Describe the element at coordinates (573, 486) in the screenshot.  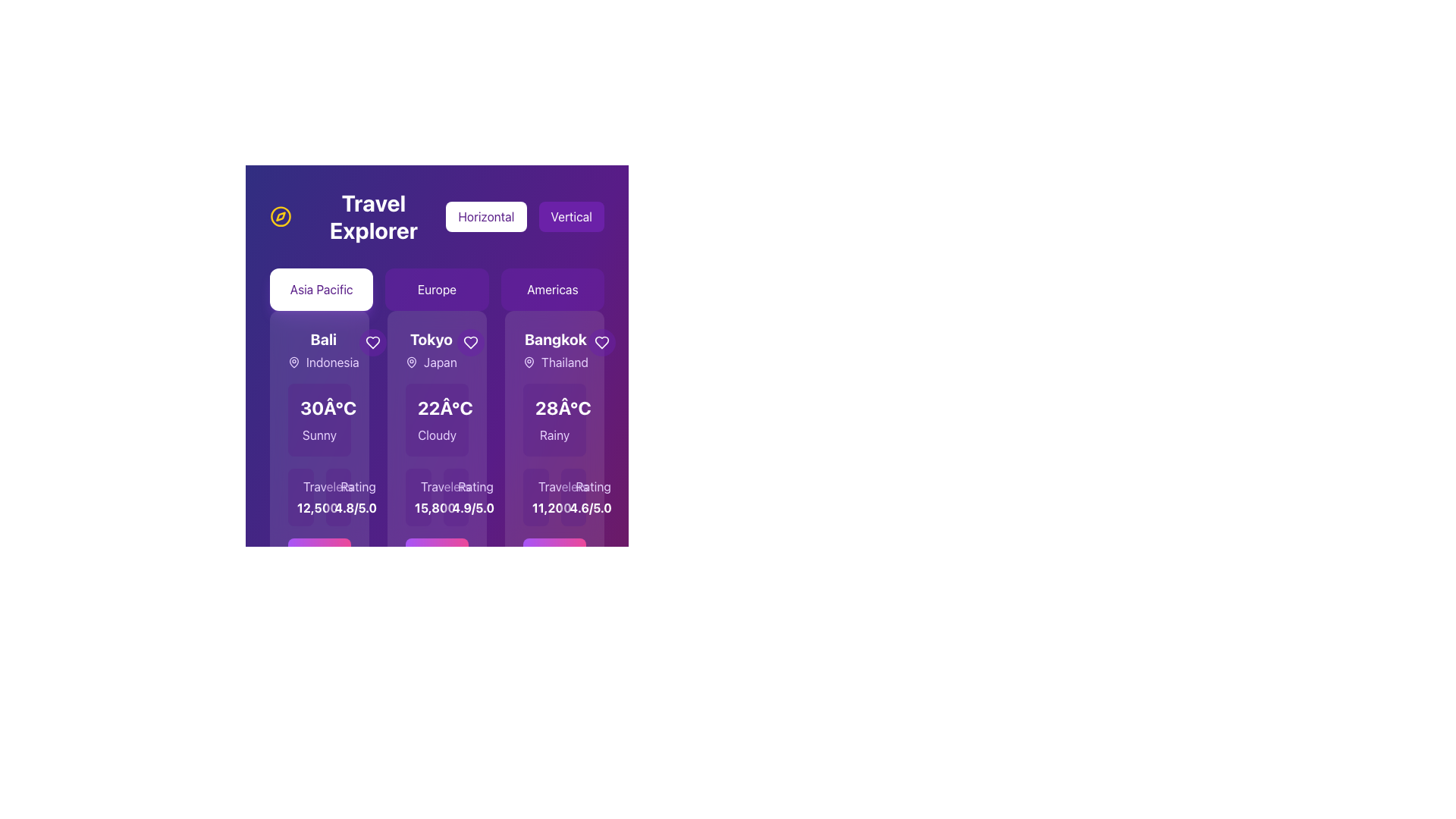
I see `the 'Rating' text label, which is light purple and located above the numeric rating '4.6/5.0', aligned with the star icon on its left` at that location.